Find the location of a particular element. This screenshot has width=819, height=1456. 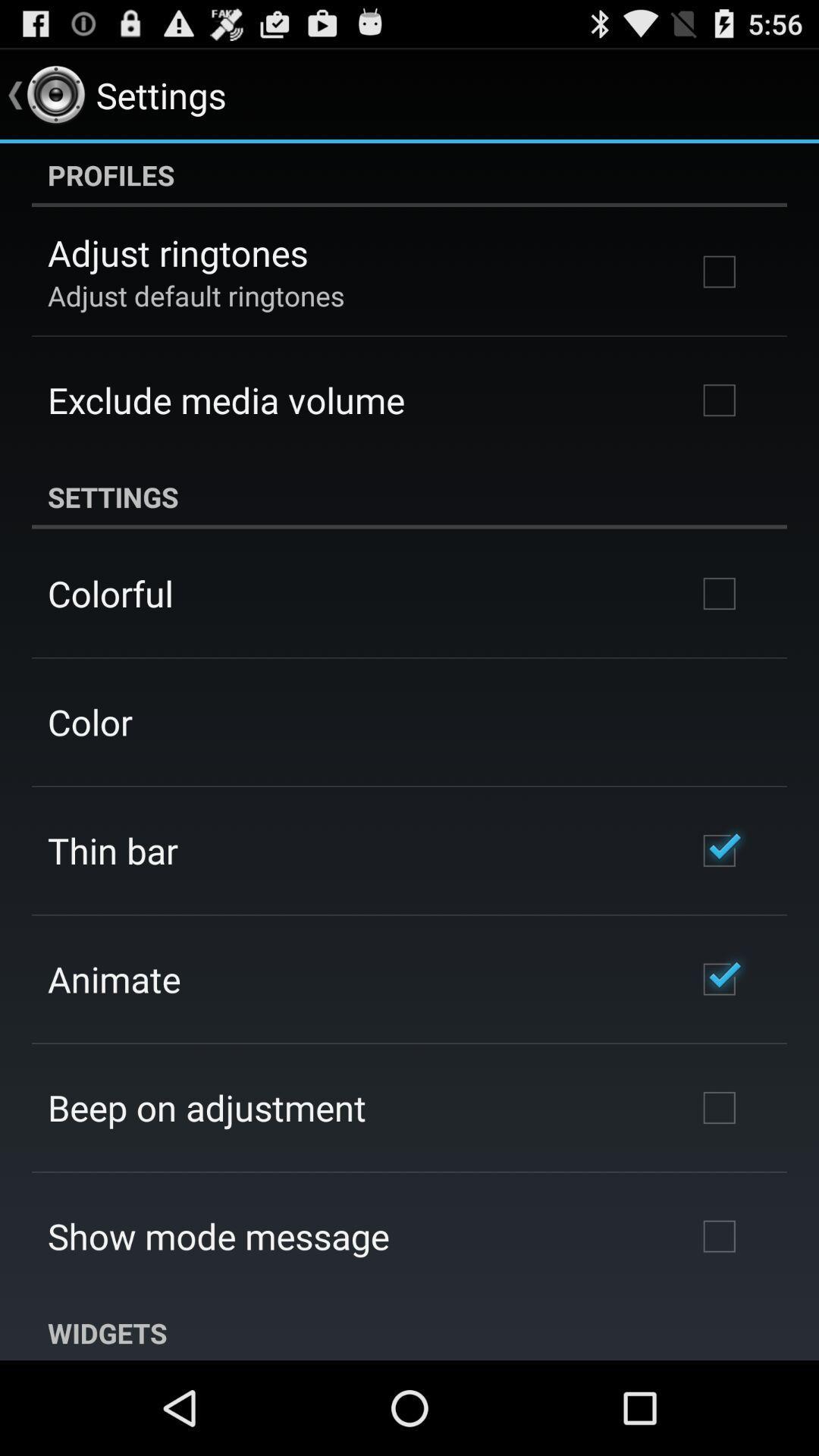

the widgets is located at coordinates (409, 1330).